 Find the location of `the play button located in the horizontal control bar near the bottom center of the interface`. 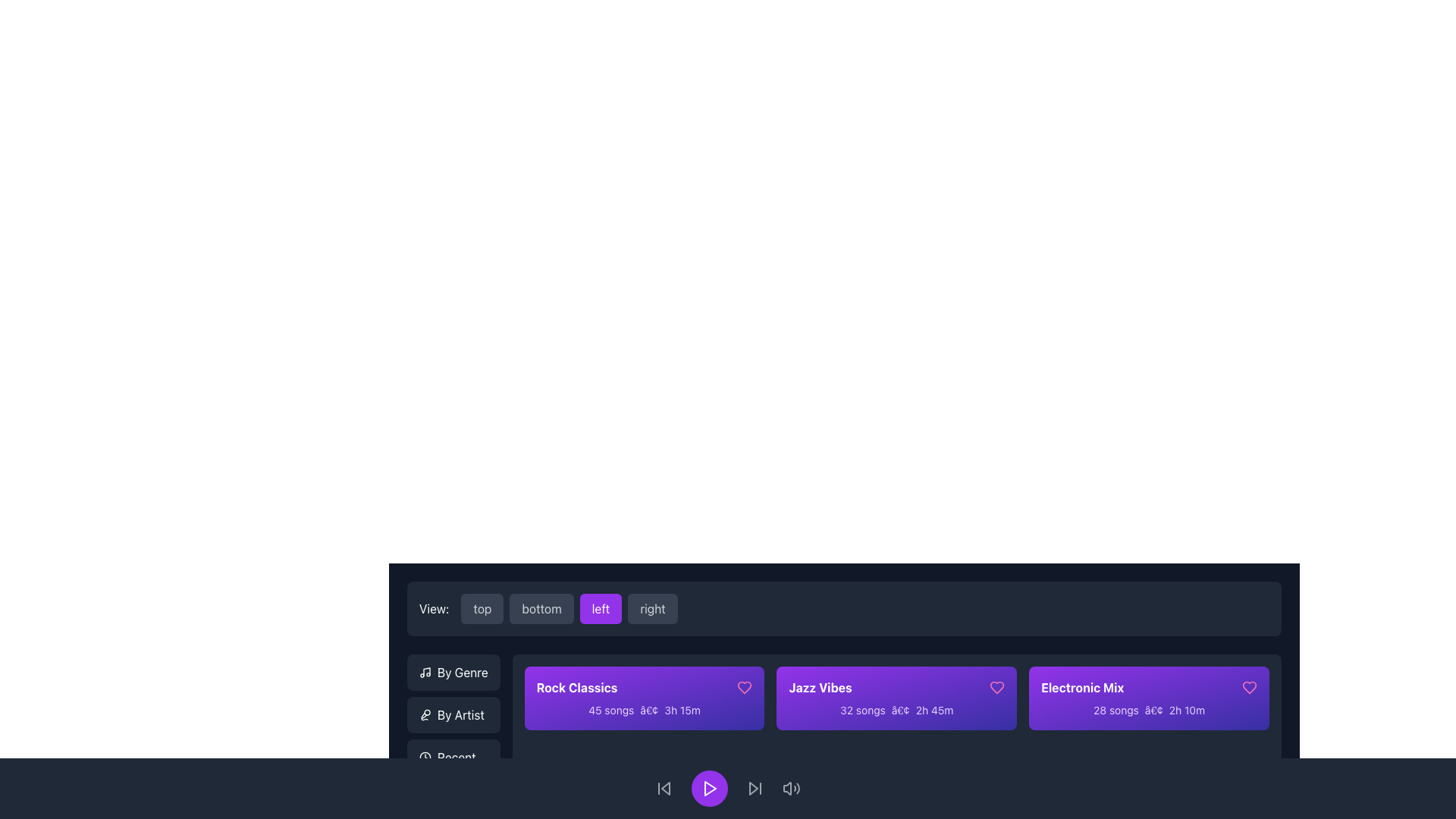

the play button located in the horizontal control bar near the bottom center of the interface is located at coordinates (709, 788).